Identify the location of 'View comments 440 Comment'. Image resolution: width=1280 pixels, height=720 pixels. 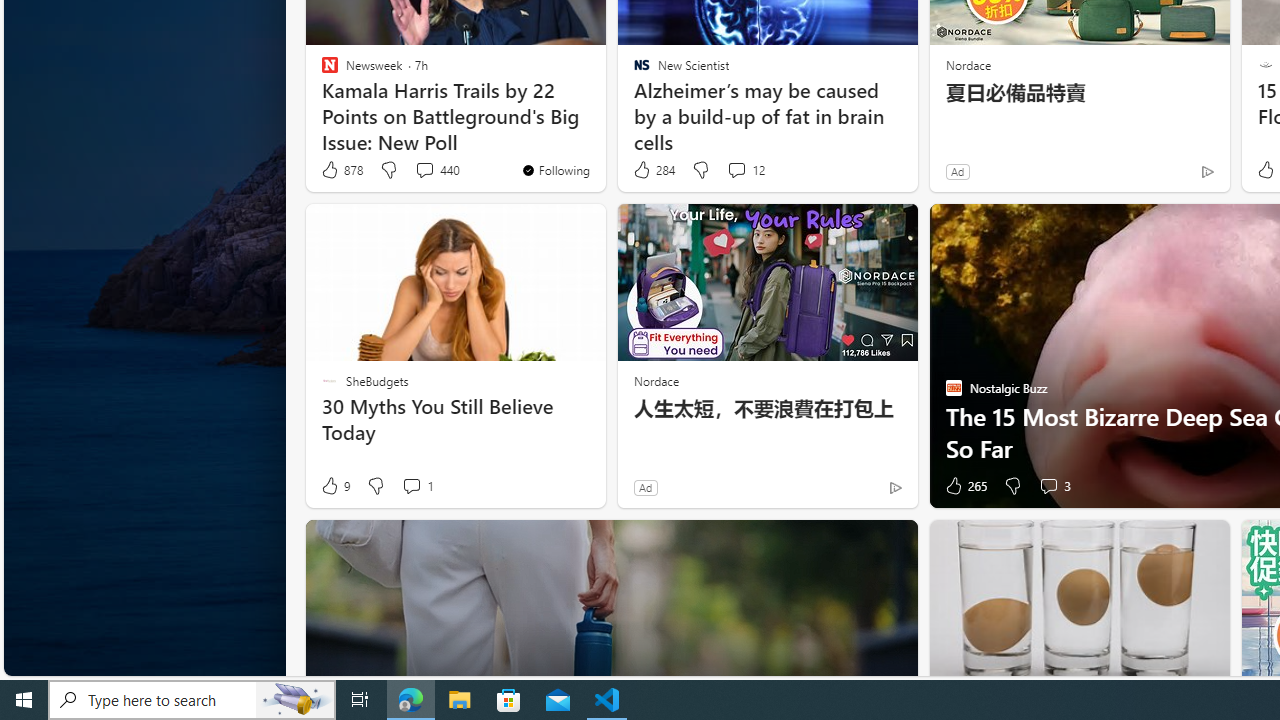
(423, 168).